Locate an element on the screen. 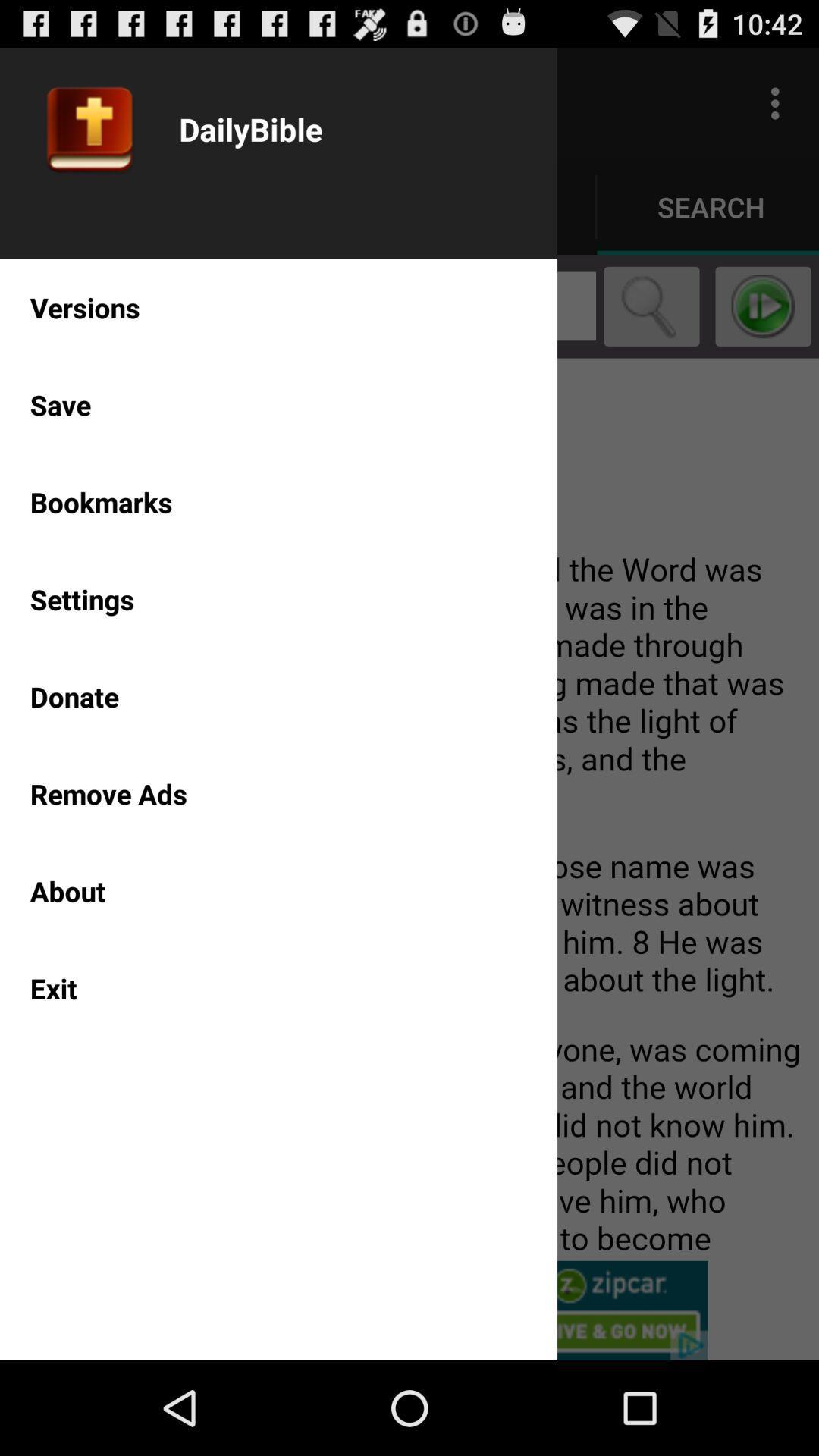 The width and height of the screenshot is (819, 1456). the search icon is located at coordinates (651, 327).